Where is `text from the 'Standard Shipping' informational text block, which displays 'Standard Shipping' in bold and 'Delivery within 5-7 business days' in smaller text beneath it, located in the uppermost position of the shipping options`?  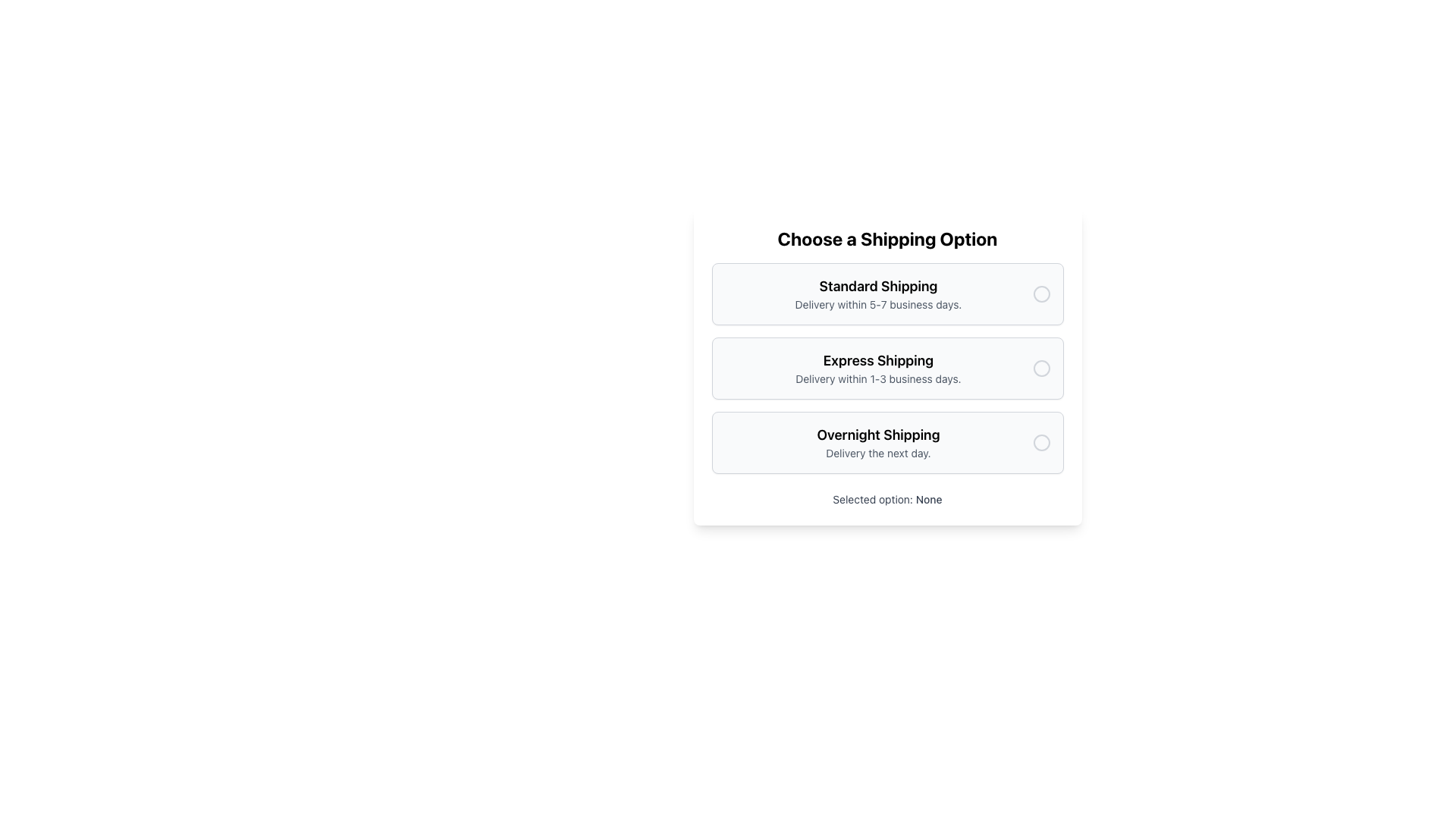
text from the 'Standard Shipping' informational text block, which displays 'Standard Shipping' in bold and 'Delivery within 5-7 business days' in smaller text beneath it, located in the uppermost position of the shipping options is located at coordinates (878, 294).